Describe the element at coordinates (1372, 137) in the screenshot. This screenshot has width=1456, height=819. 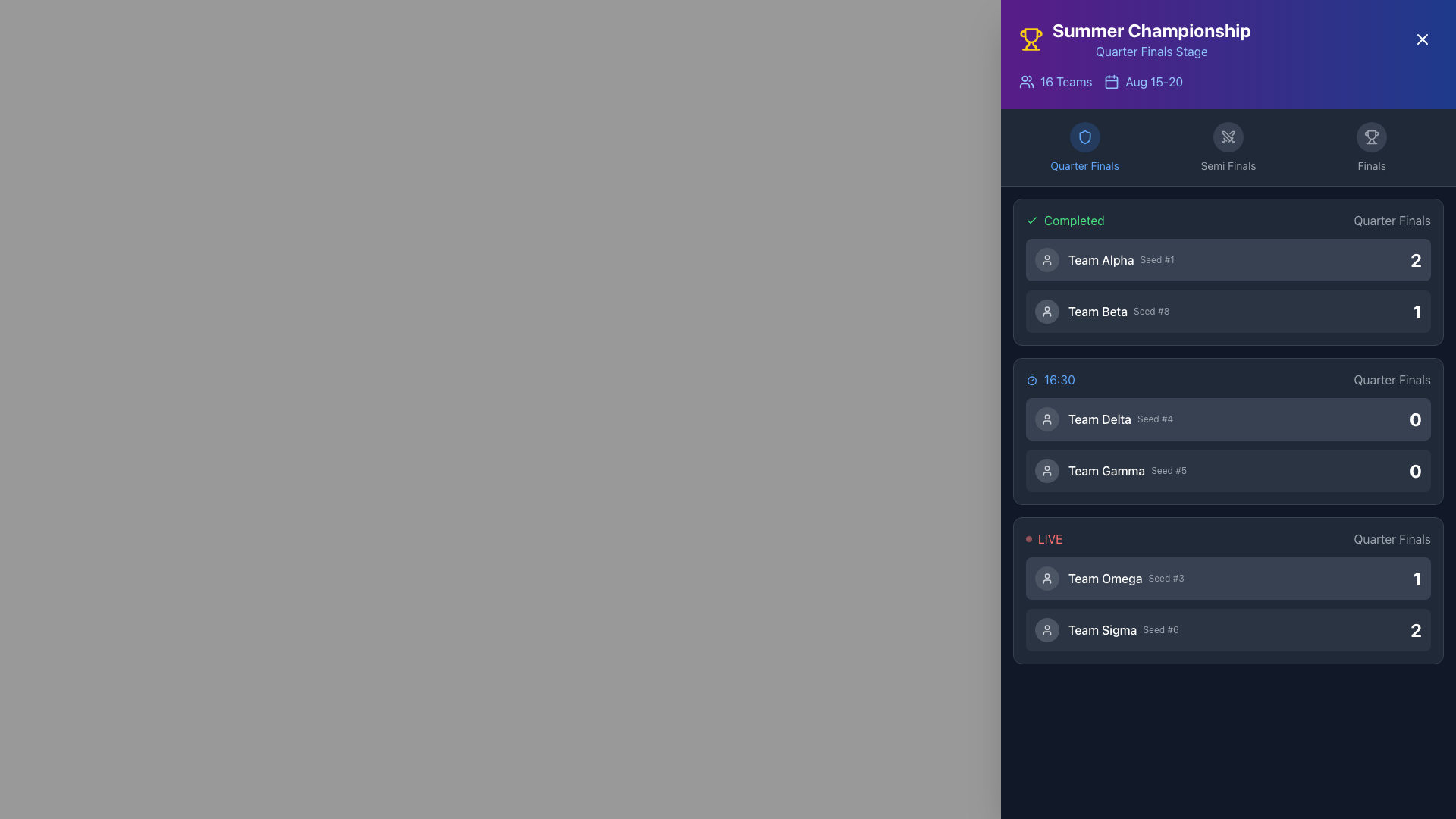
I see `the trophy icon in the header of the sidebar, which signifies championships or competitions` at that location.